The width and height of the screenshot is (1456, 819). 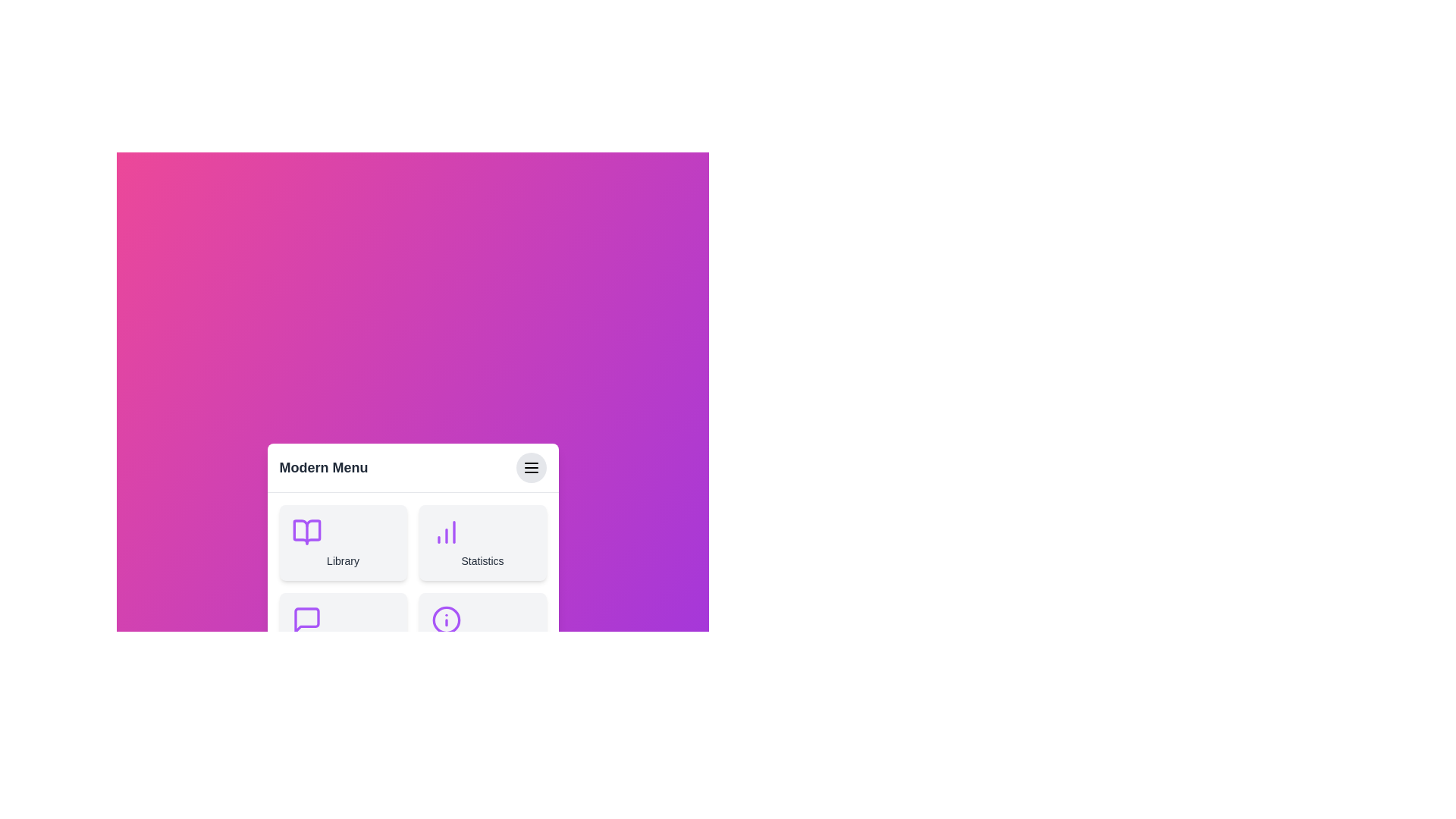 I want to click on the menu item Statistics to observe its hover effect, so click(x=482, y=541).